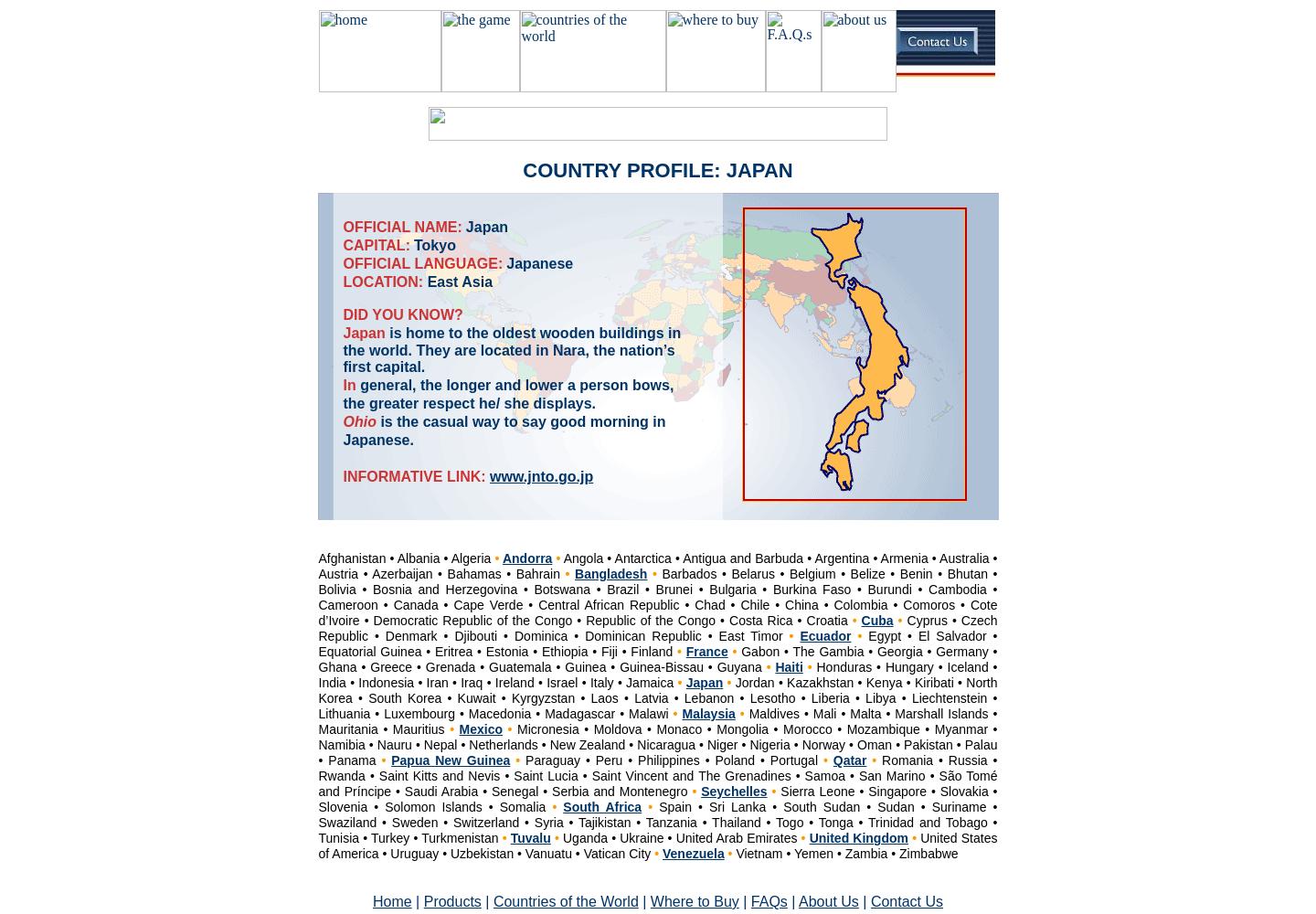 This screenshot has width=1316, height=914. What do you see at coordinates (657, 628) in the screenshot?
I see `'Cyprus • Czech
      Republic • Denmark • Djibouti • Dominica • Dominican
      Republic • East Timor'` at bounding box center [657, 628].